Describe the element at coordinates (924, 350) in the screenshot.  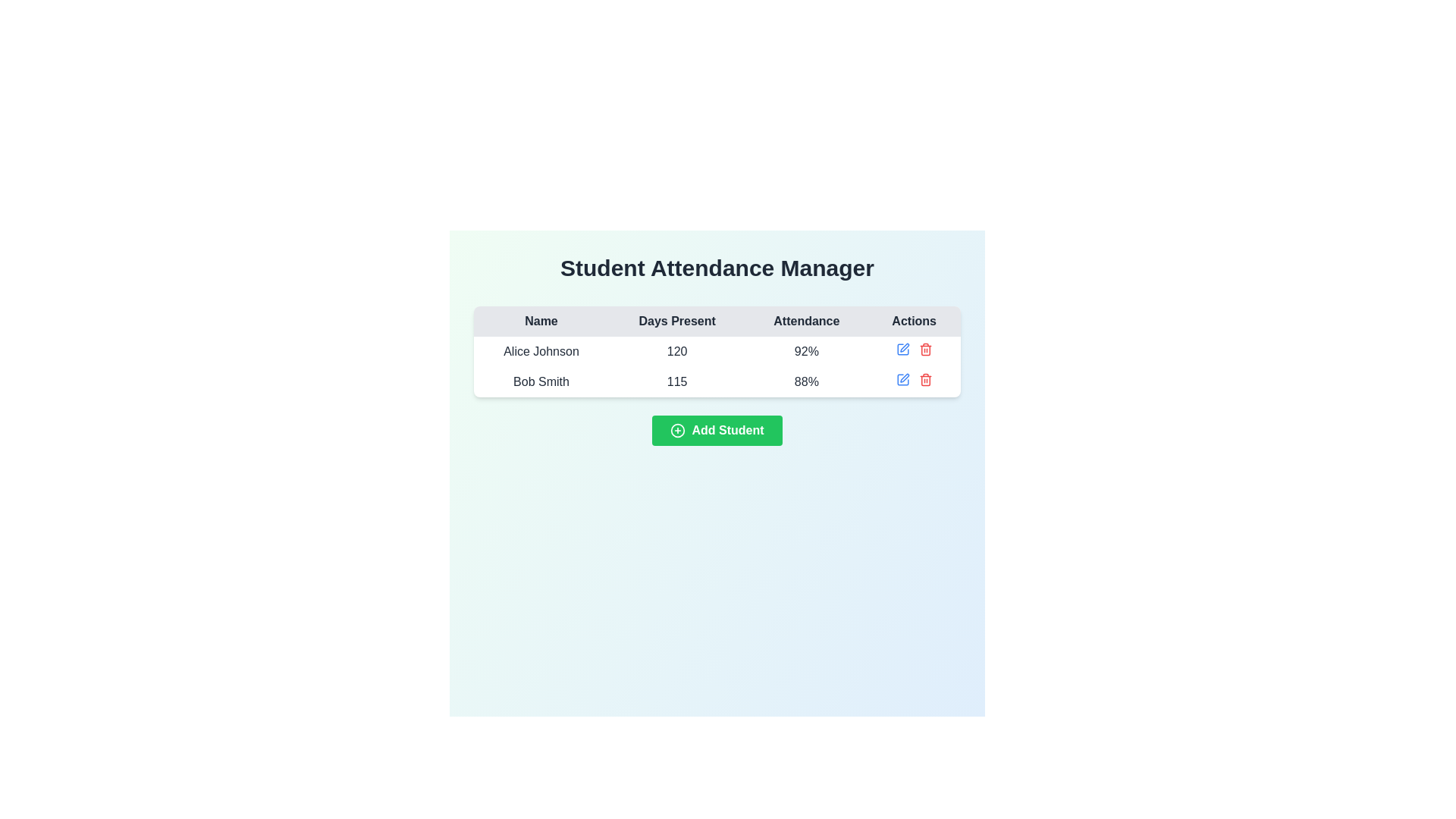
I see `the delete icon button in the 'Actions' column of the 'Student Attendance Manager' table` at that location.